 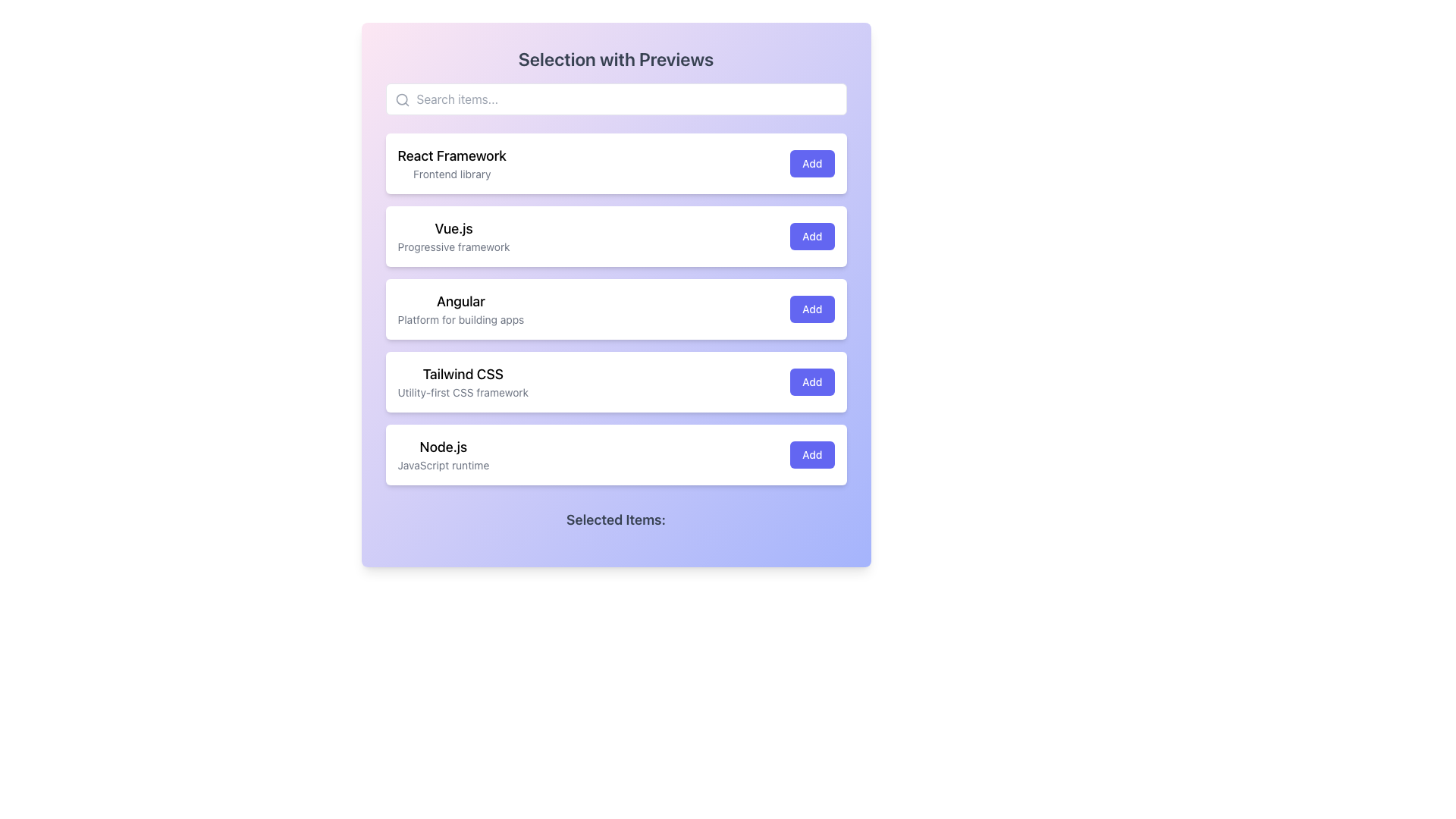 What do you see at coordinates (442, 447) in the screenshot?
I see `the 'Node.js' title text label in the fifth card` at bounding box center [442, 447].